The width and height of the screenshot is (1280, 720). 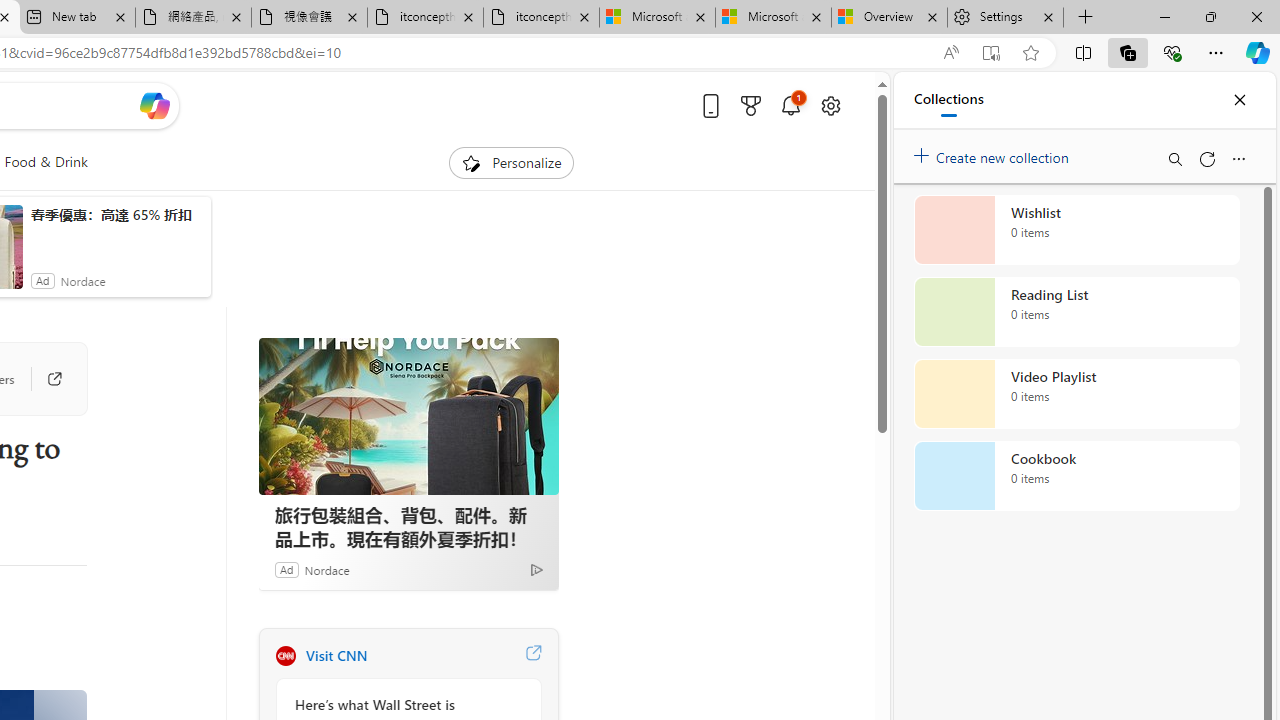 What do you see at coordinates (888, 17) in the screenshot?
I see `'Overview'` at bounding box center [888, 17].